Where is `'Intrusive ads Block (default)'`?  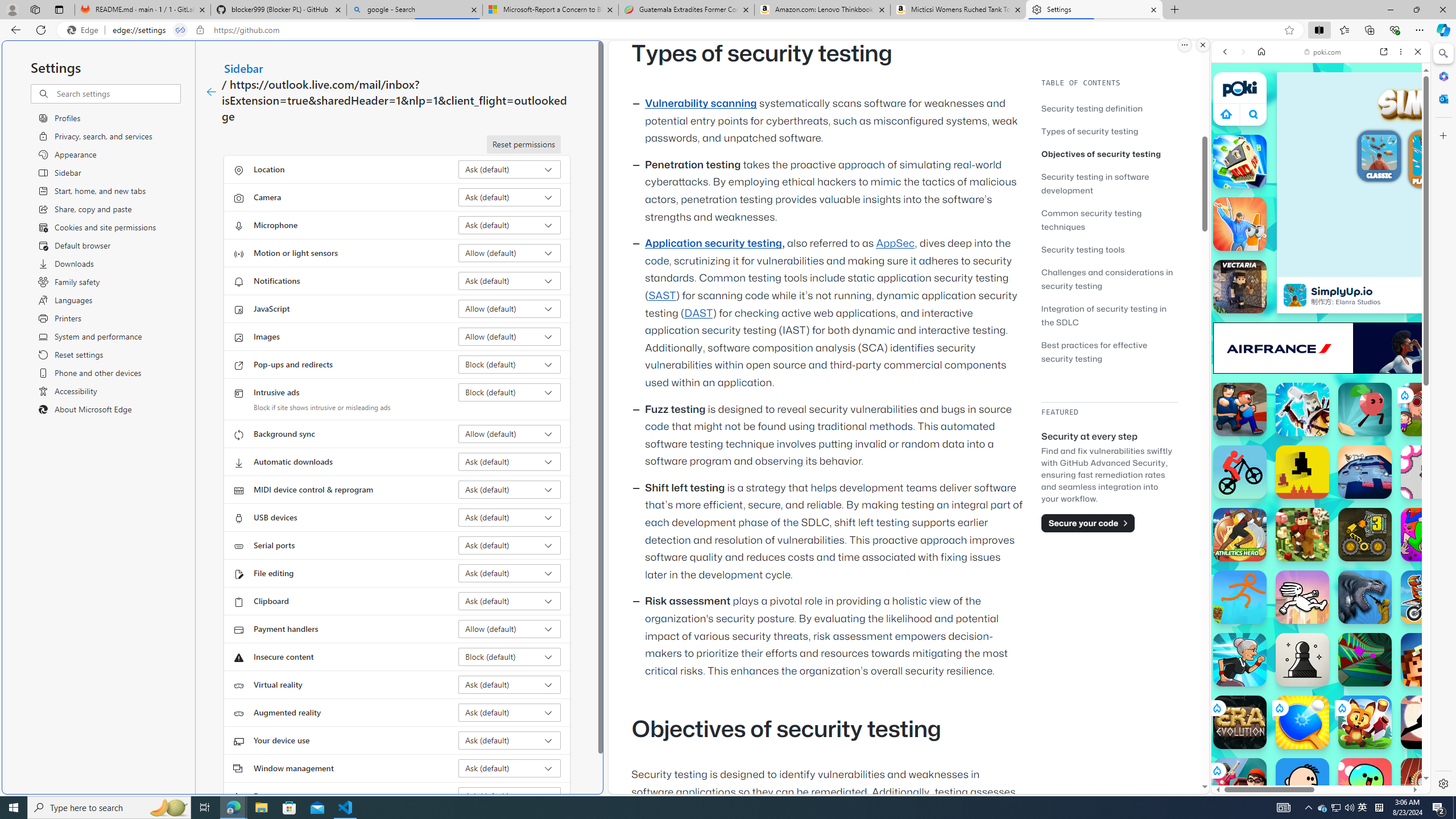 'Intrusive ads Block (default)' is located at coordinates (510, 392).